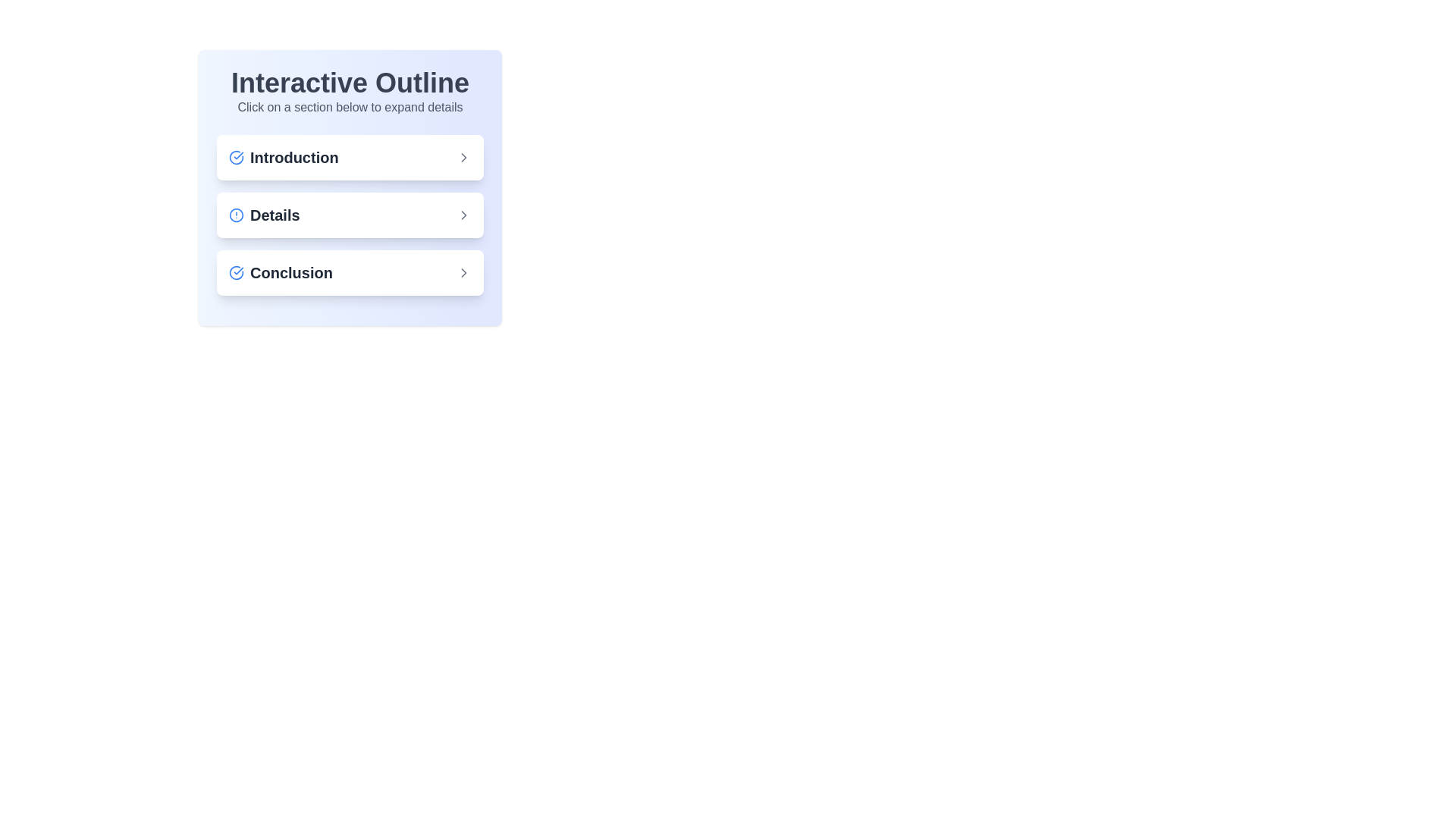 This screenshot has width=1456, height=819. I want to click on the Right-pointing arrow icon located in the 'Conclusion' section, which indicates expandable content, so click(463, 271).